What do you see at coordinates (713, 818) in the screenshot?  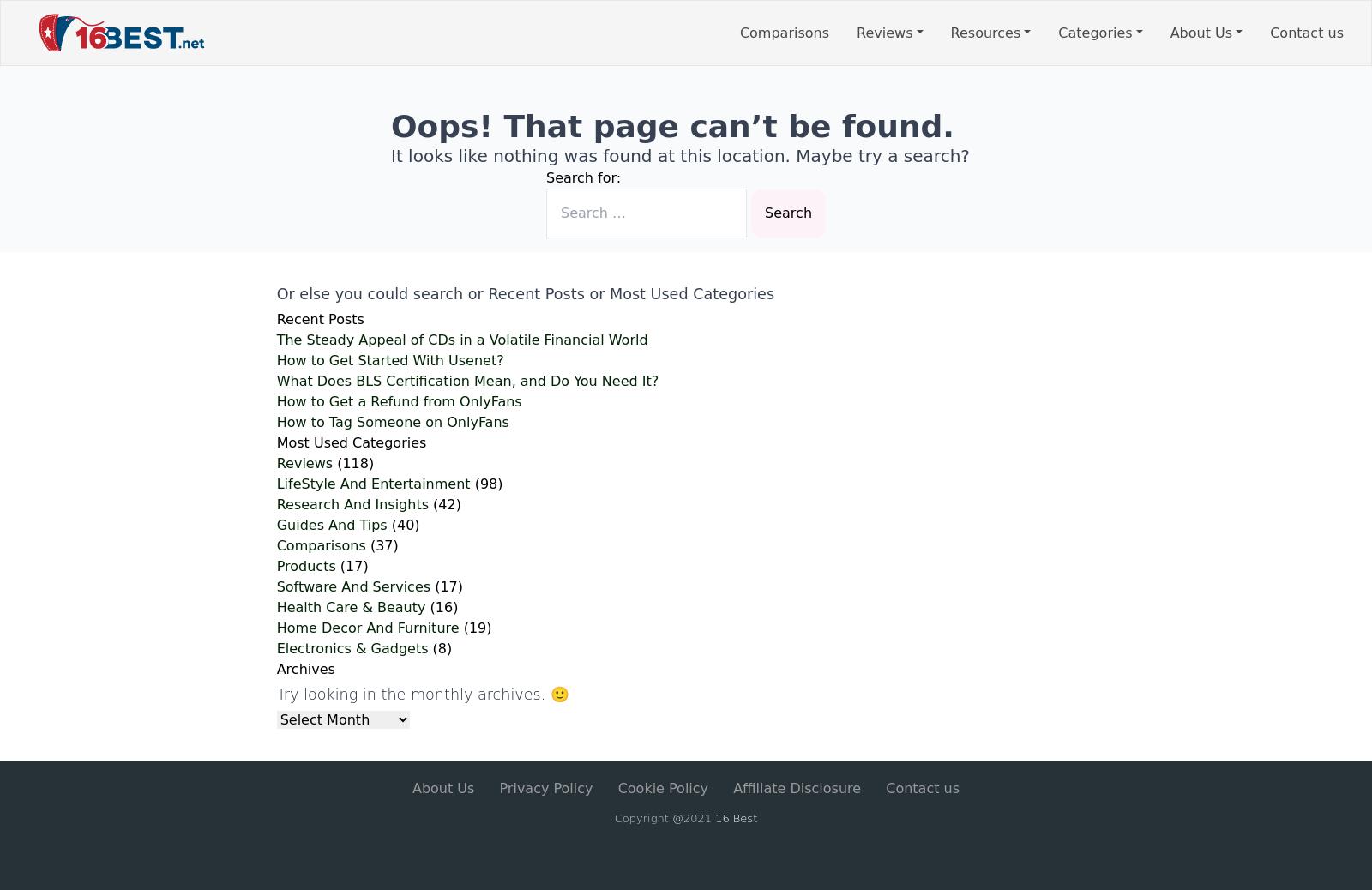 I see `'16 Best'` at bounding box center [713, 818].